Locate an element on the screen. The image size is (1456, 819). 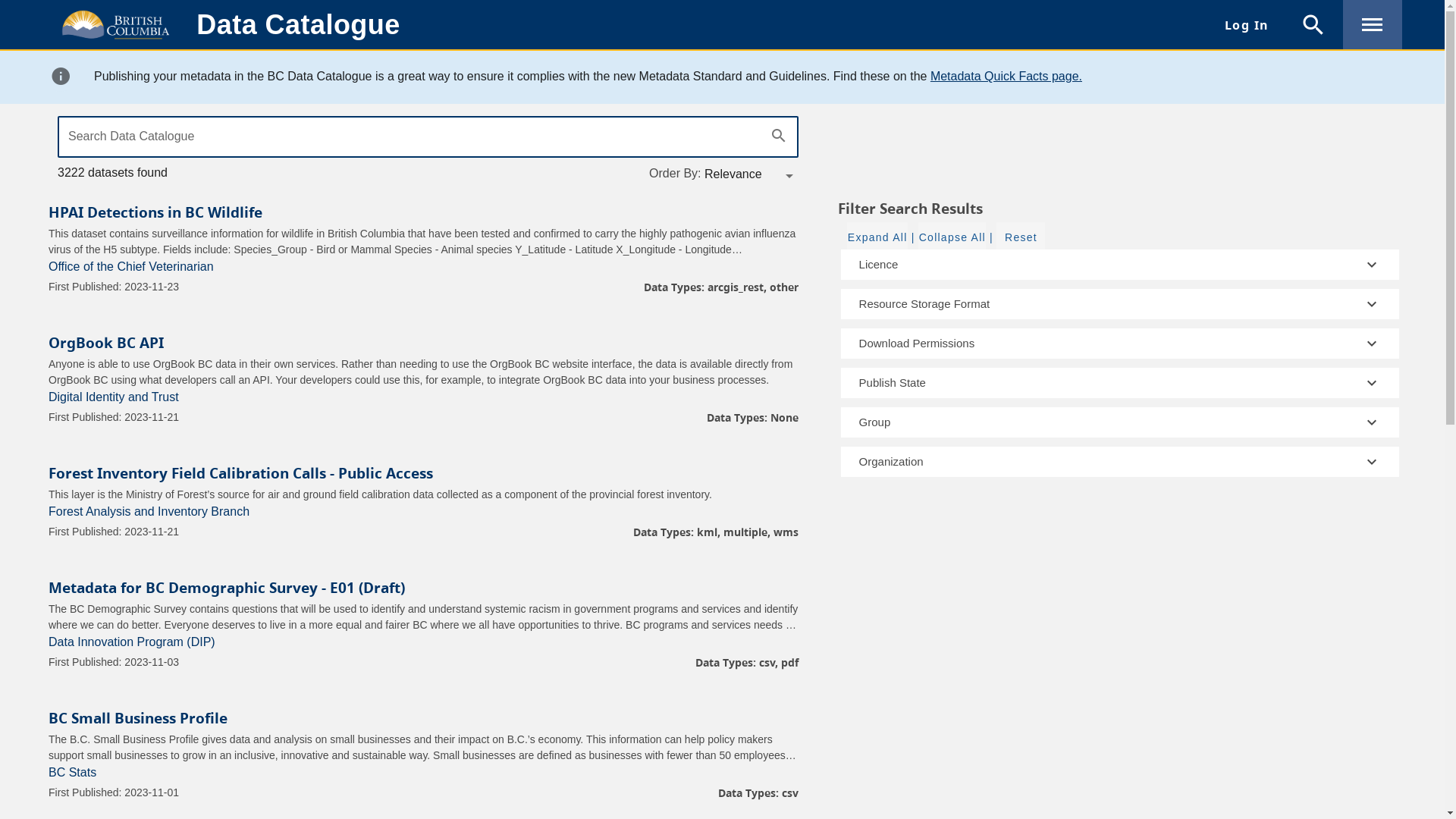
'search' is located at coordinates (1313, 24).